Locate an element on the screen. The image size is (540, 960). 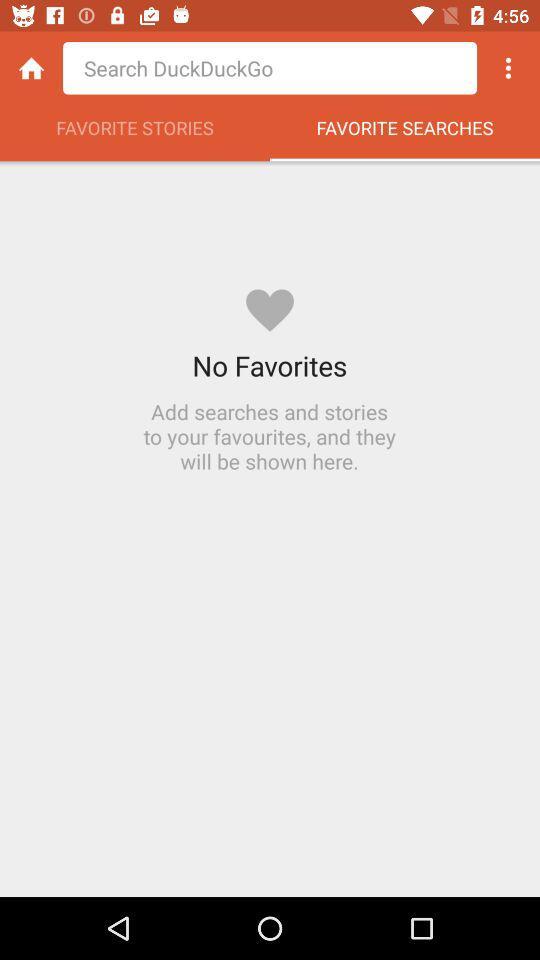
item to the left of the favorite searches app is located at coordinates (135, 132).